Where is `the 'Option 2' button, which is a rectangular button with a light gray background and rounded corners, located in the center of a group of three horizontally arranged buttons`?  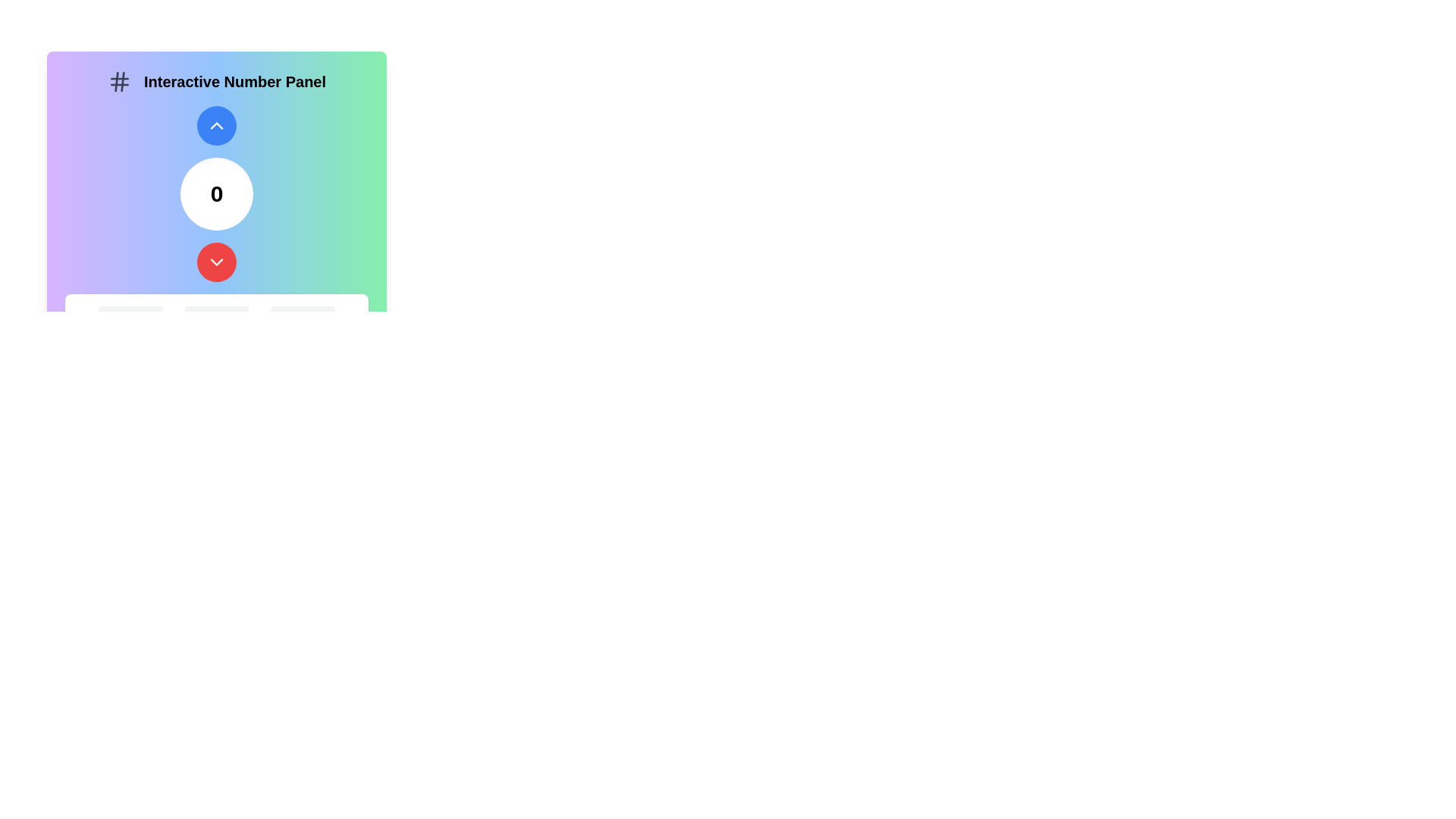
the 'Option 2' button, which is a rectangular button with a light gray background and rounded corners, located in the center of a group of three horizontally arranged buttons is located at coordinates (216, 318).